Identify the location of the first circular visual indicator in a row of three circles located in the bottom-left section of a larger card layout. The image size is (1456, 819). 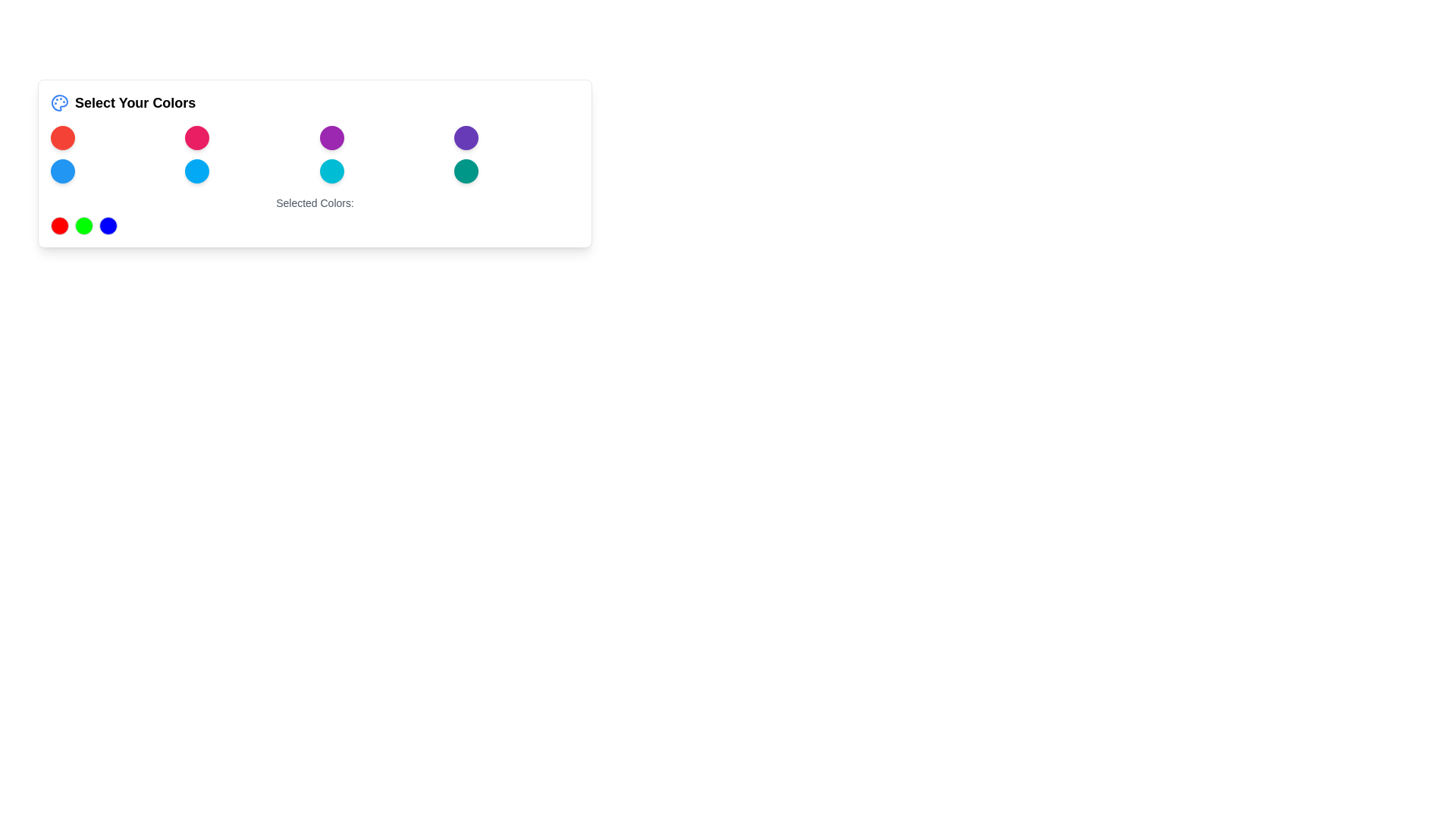
(59, 225).